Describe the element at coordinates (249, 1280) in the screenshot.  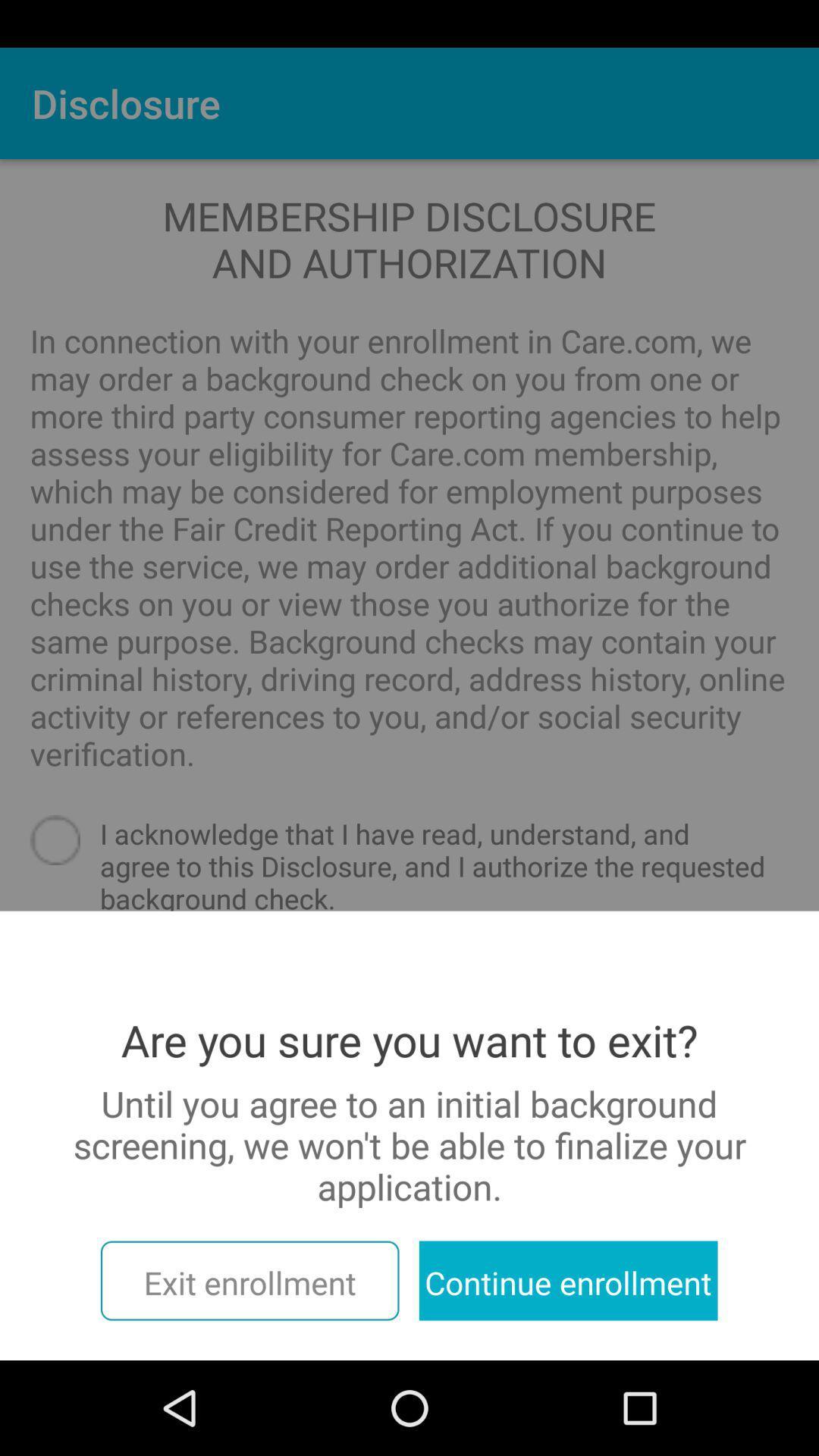
I see `exit enrollment item` at that location.